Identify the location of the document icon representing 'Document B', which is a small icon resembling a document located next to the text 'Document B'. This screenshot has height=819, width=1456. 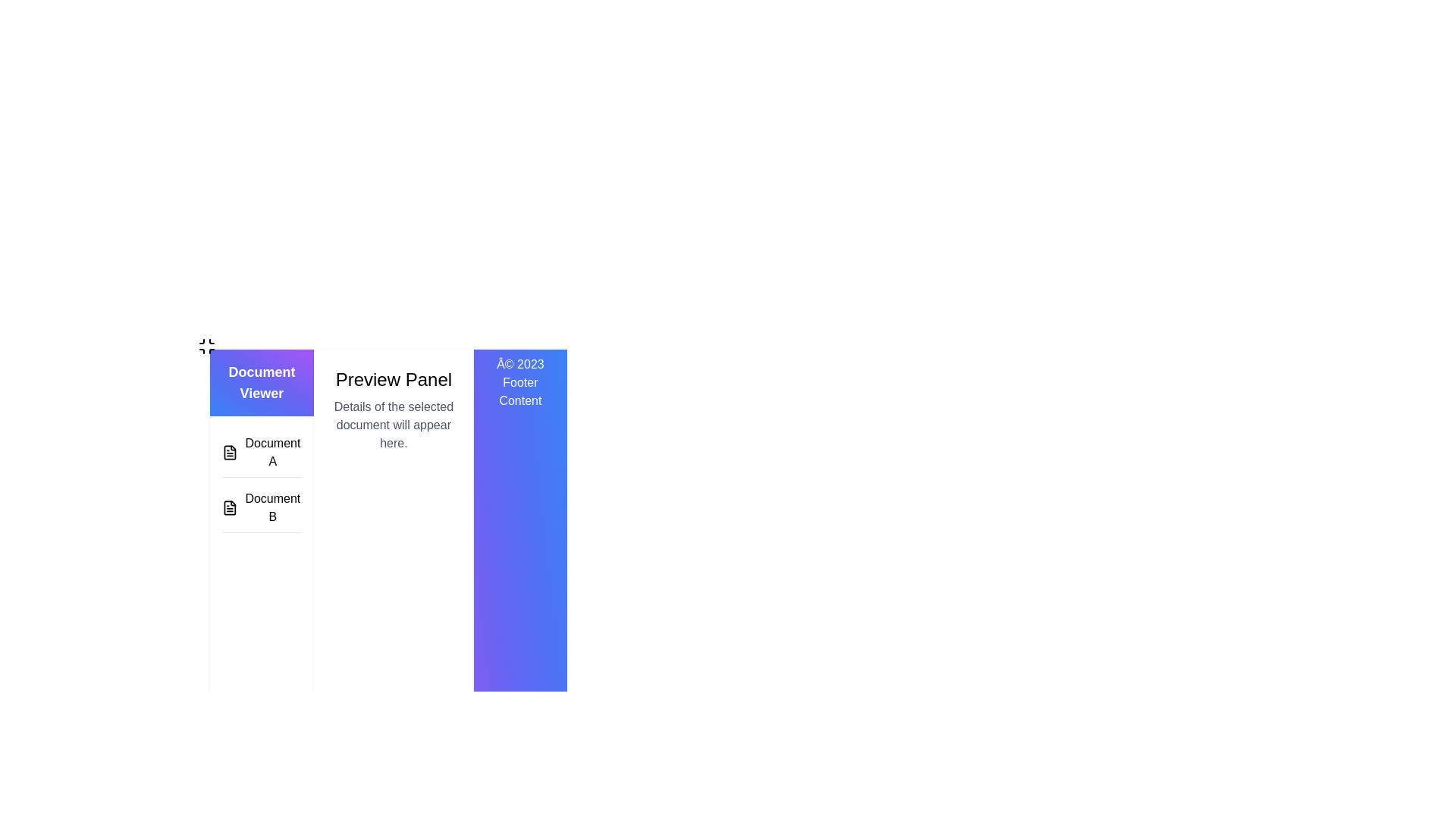
(229, 508).